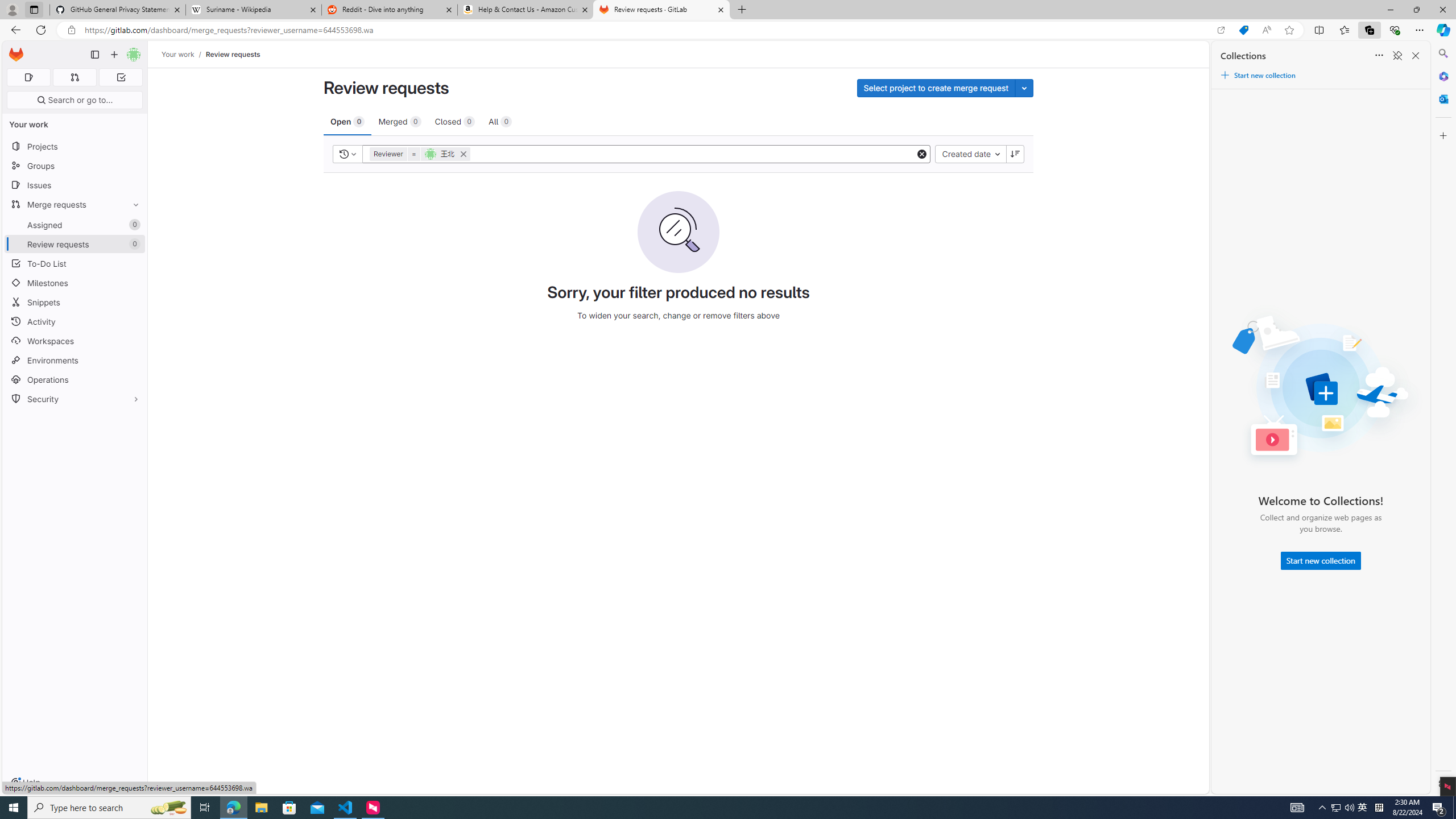  I want to click on 'Sort direction', so click(1015, 153).